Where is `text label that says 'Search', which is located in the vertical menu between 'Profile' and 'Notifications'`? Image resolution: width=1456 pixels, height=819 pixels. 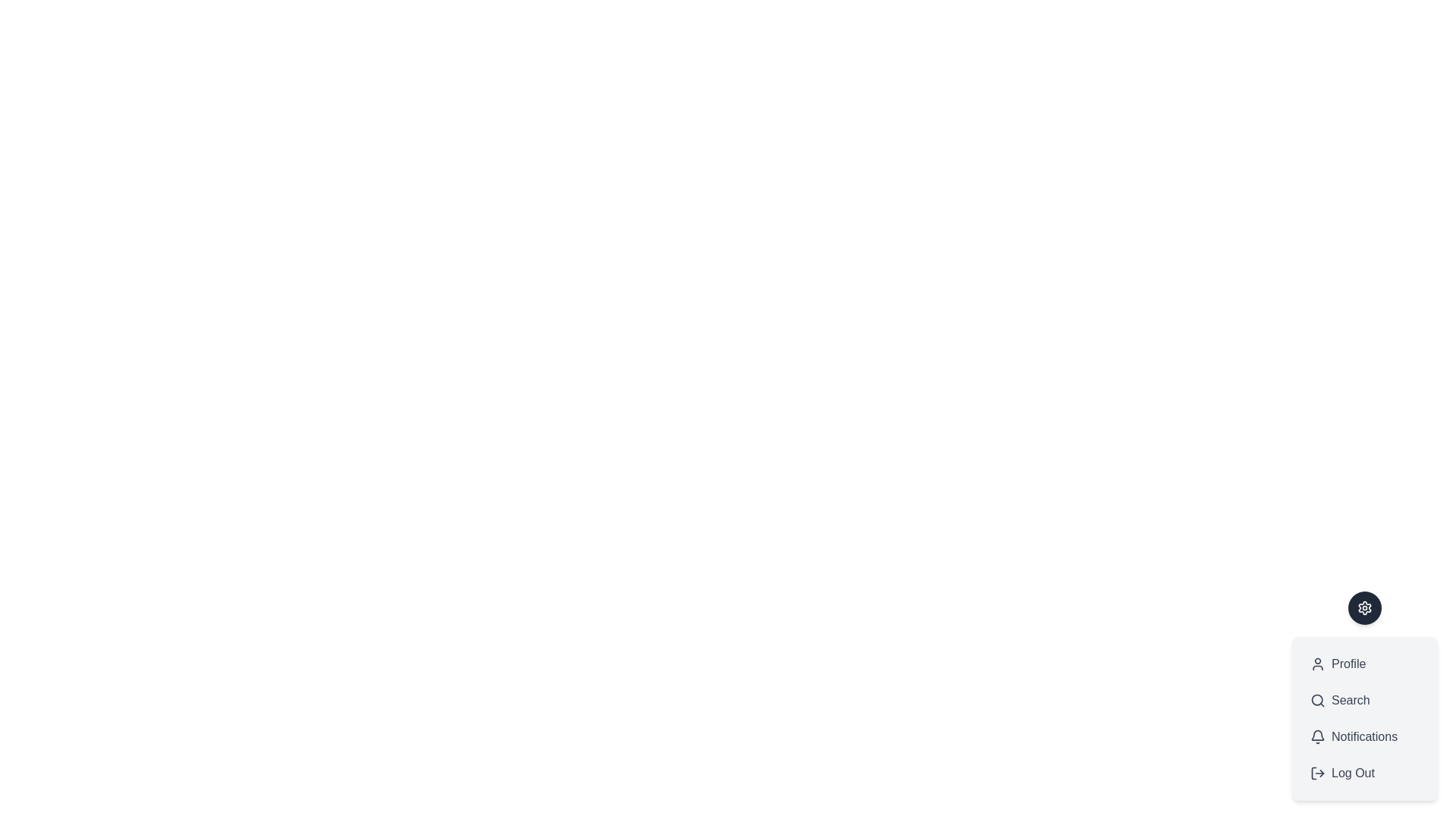 text label that says 'Search', which is located in the vertical menu between 'Profile' and 'Notifications' is located at coordinates (1351, 701).